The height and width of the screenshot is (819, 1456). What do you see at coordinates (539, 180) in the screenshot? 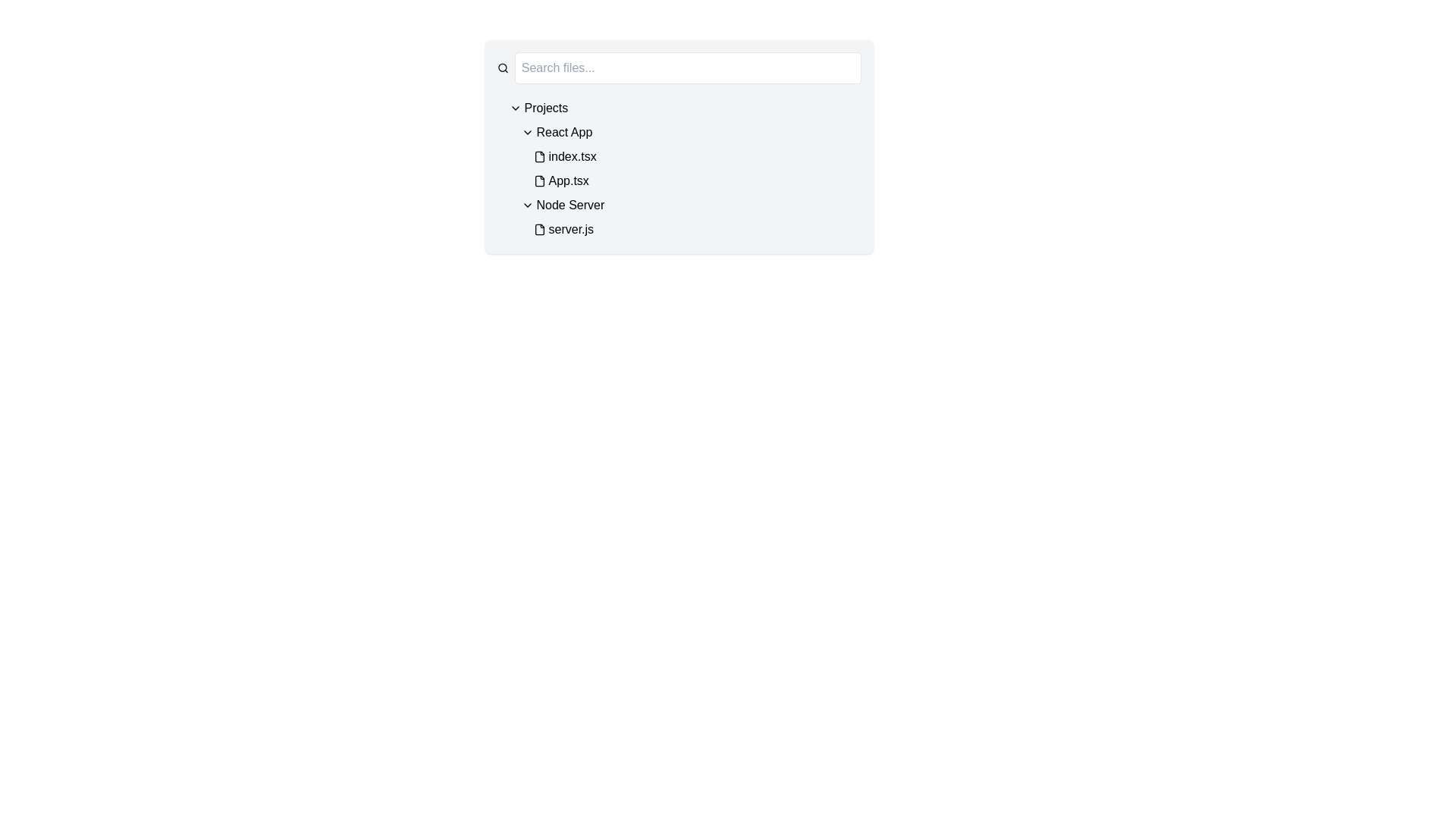
I see `the file icon representing 'App.tsx'` at bounding box center [539, 180].